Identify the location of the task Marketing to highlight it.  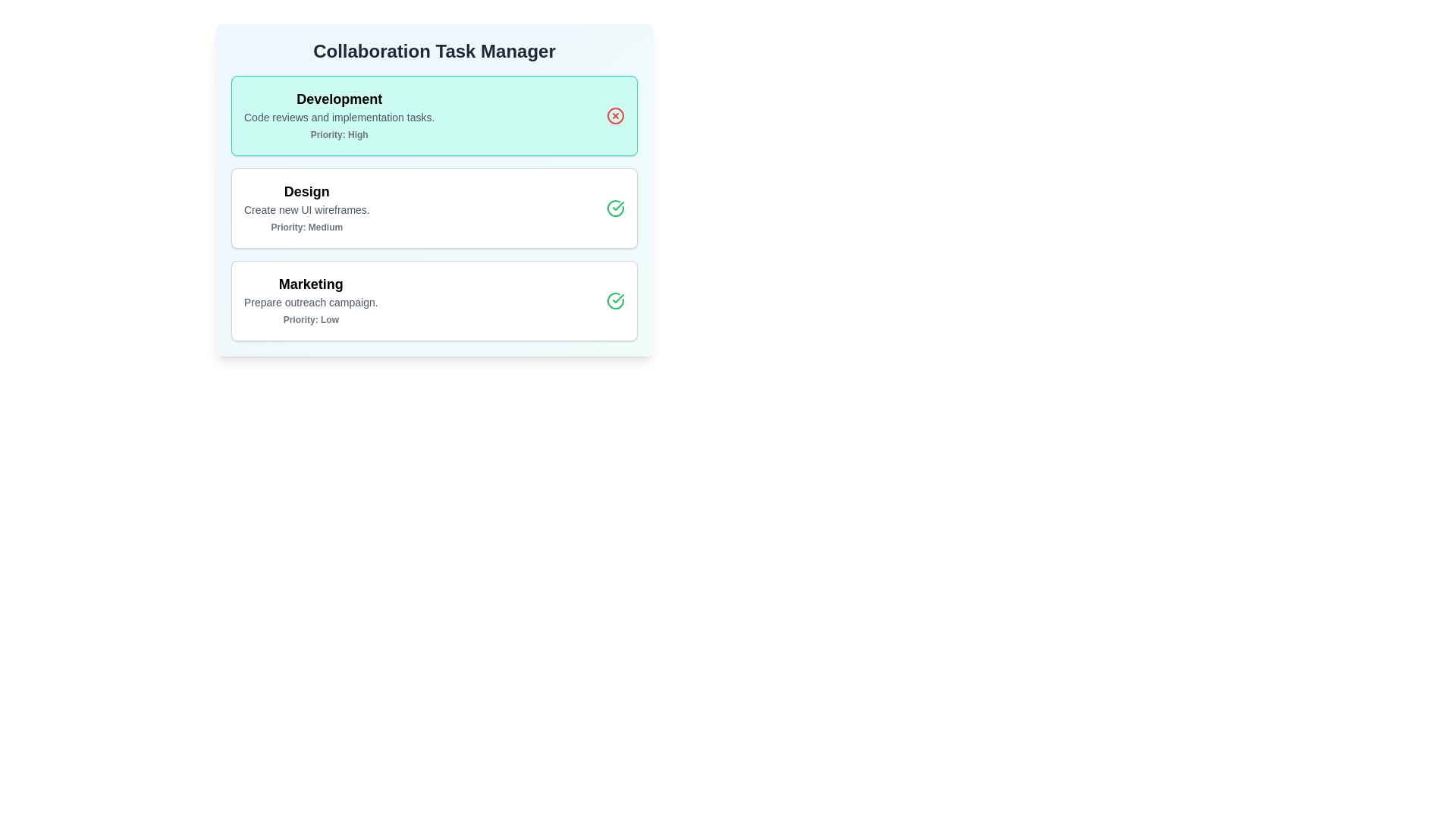
(433, 301).